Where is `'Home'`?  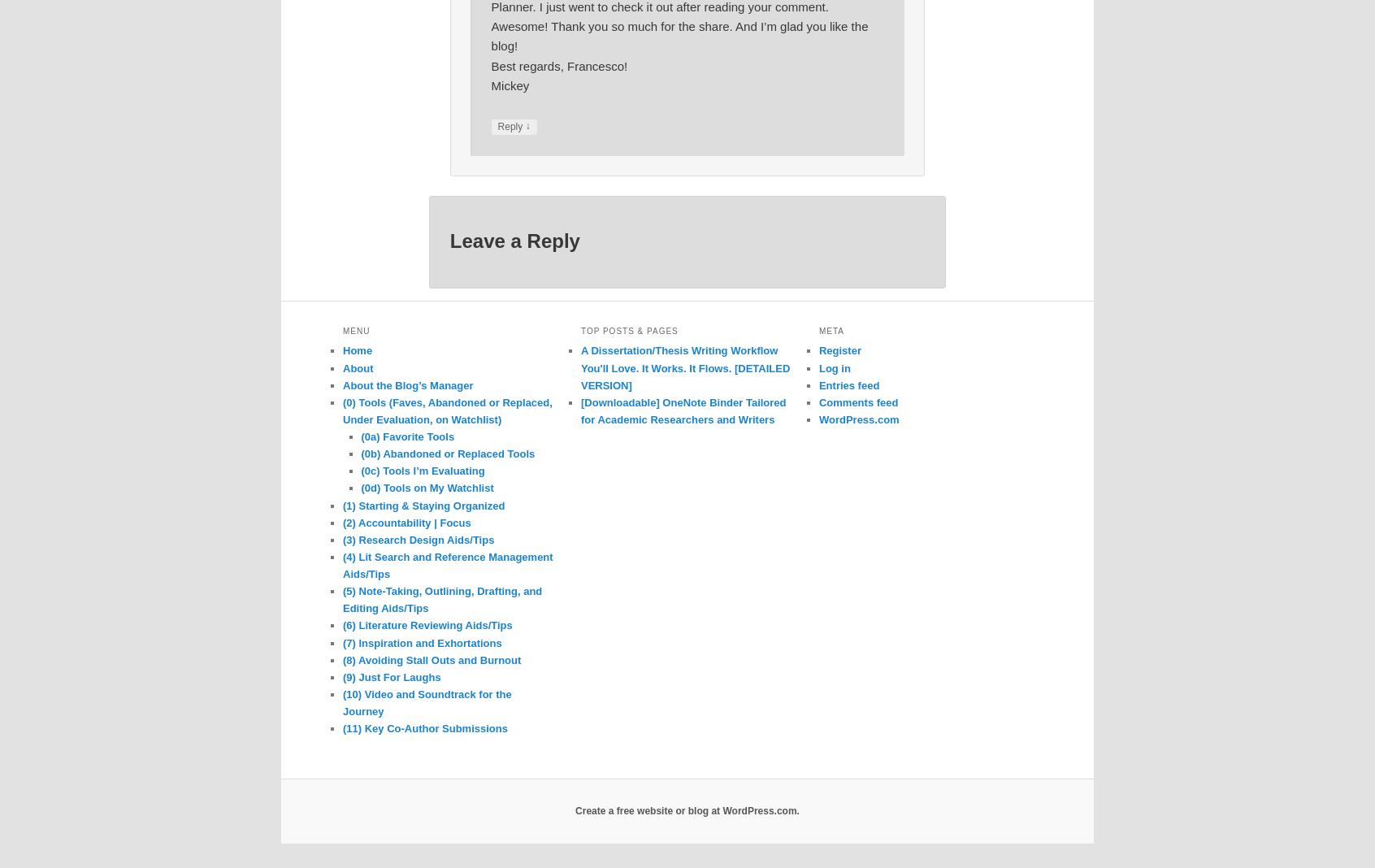
'Home' is located at coordinates (356, 350).